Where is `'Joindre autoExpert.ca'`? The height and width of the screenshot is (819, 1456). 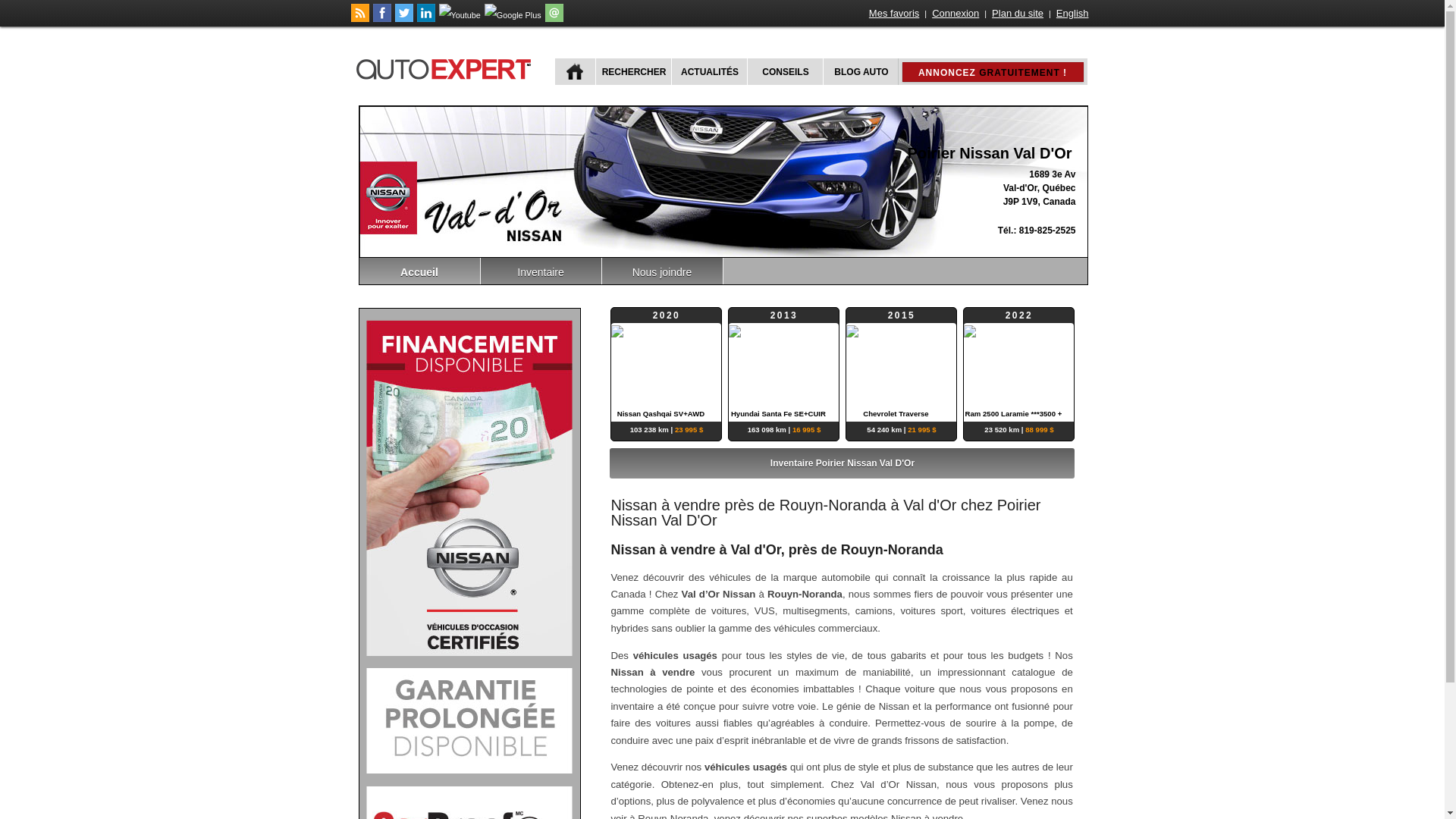 'Joindre autoExpert.ca' is located at coordinates (553, 18).